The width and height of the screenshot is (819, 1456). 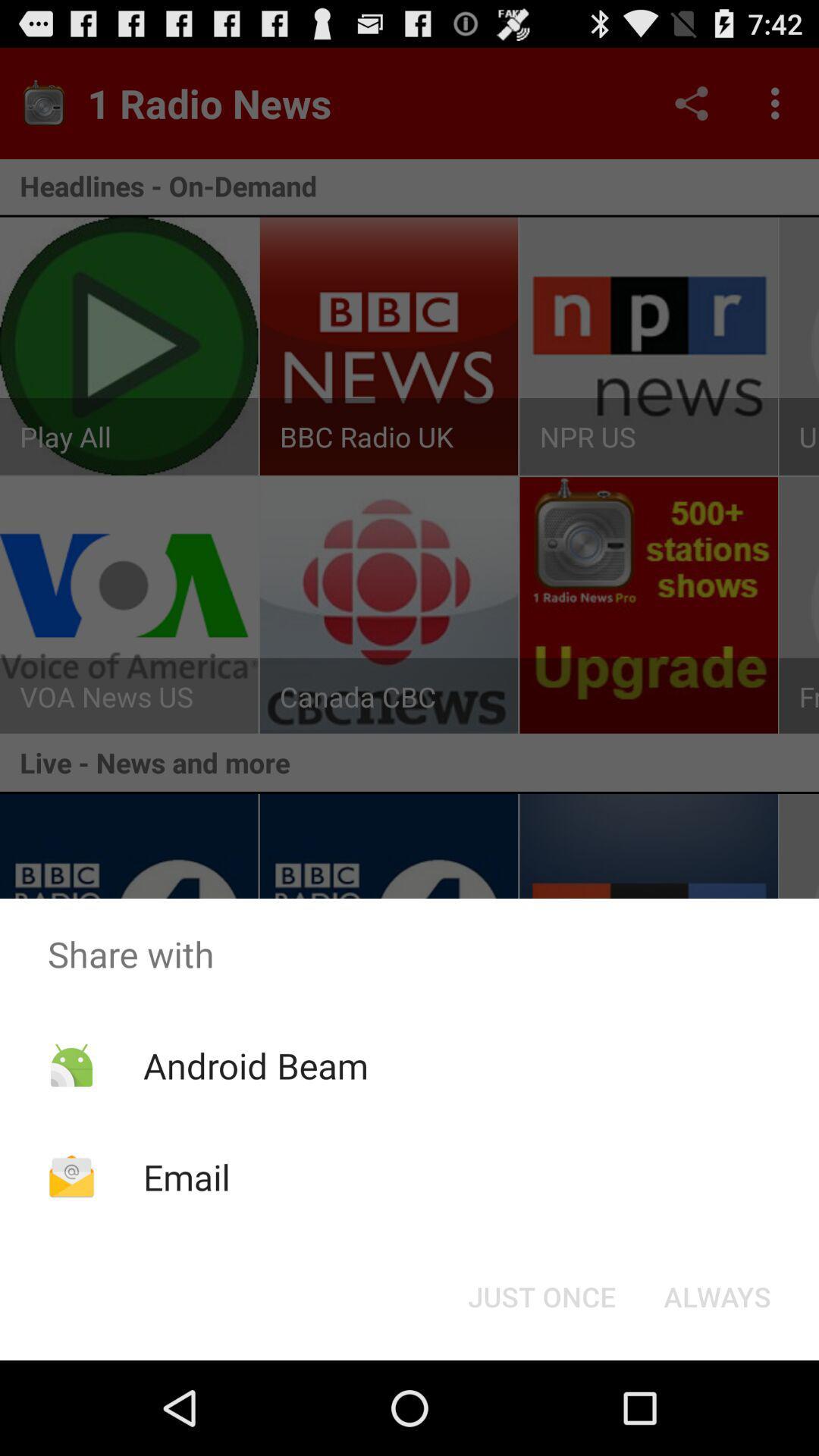 What do you see at coordinates (717, 1295) in the screenshot?
I see `the always` at bounding box center [717, 1295].